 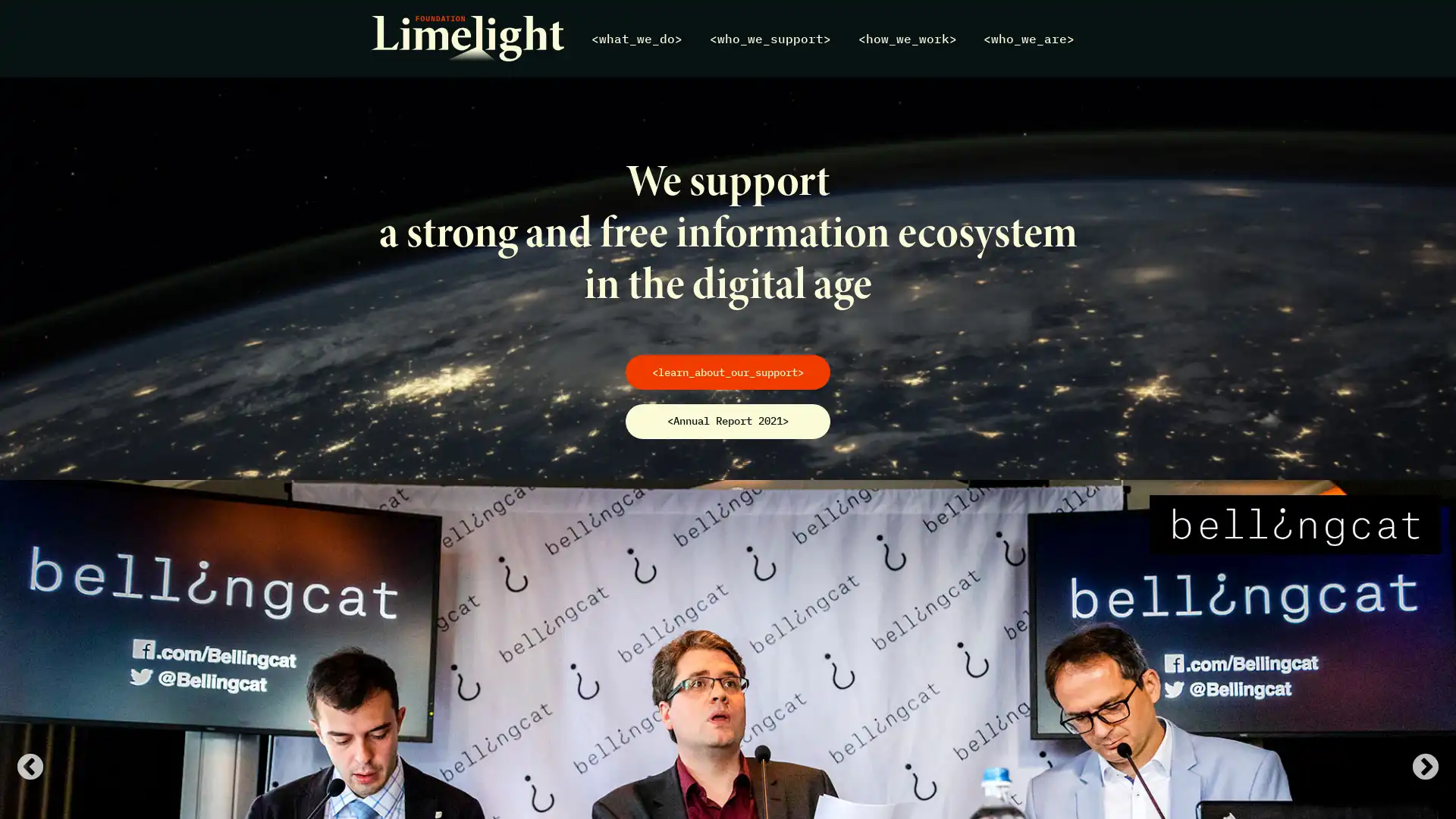 What do you see at coordinates (30, 768) in the screenshot?
I see `Previous` at bounding box center [30, 768].